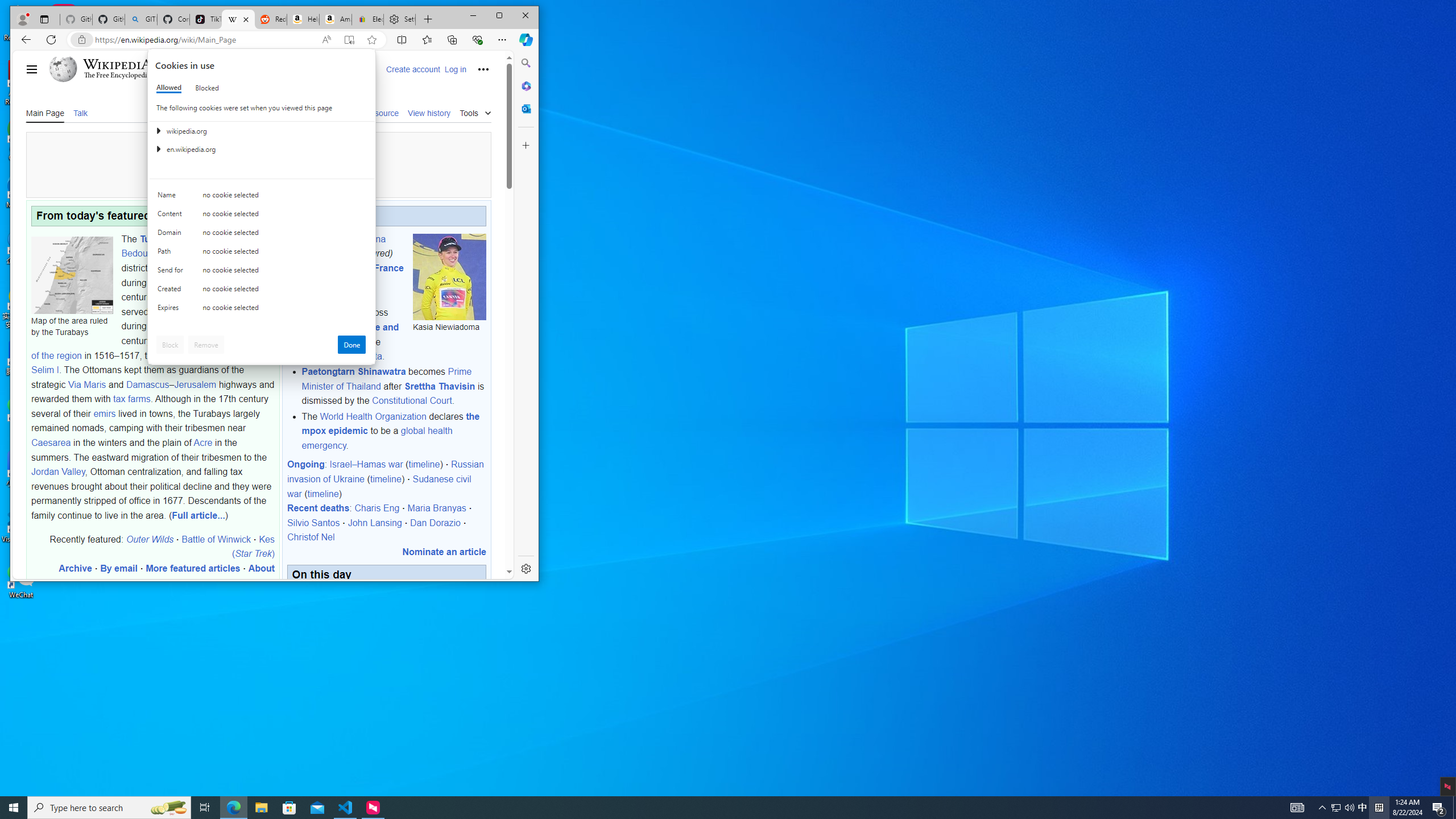 Image resolution: width=1456 pixels, height=819 pixels. Describe the element at coordinates (1363, 806) in the screenshot. I see `'Q2790: 100%'` at that location.